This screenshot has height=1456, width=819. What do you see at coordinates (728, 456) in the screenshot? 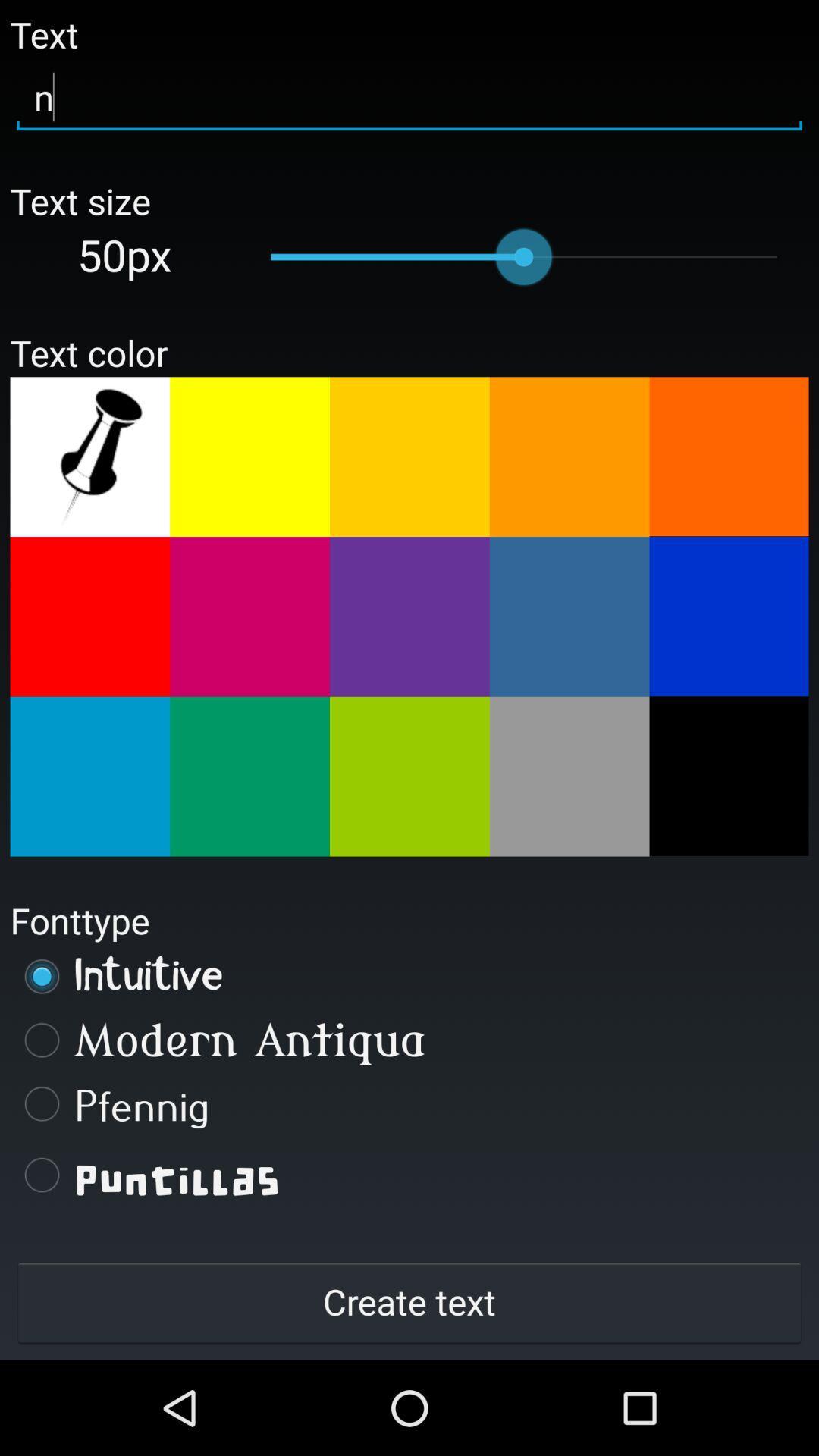
I see `dark orange` at bounding box center [728, 456].